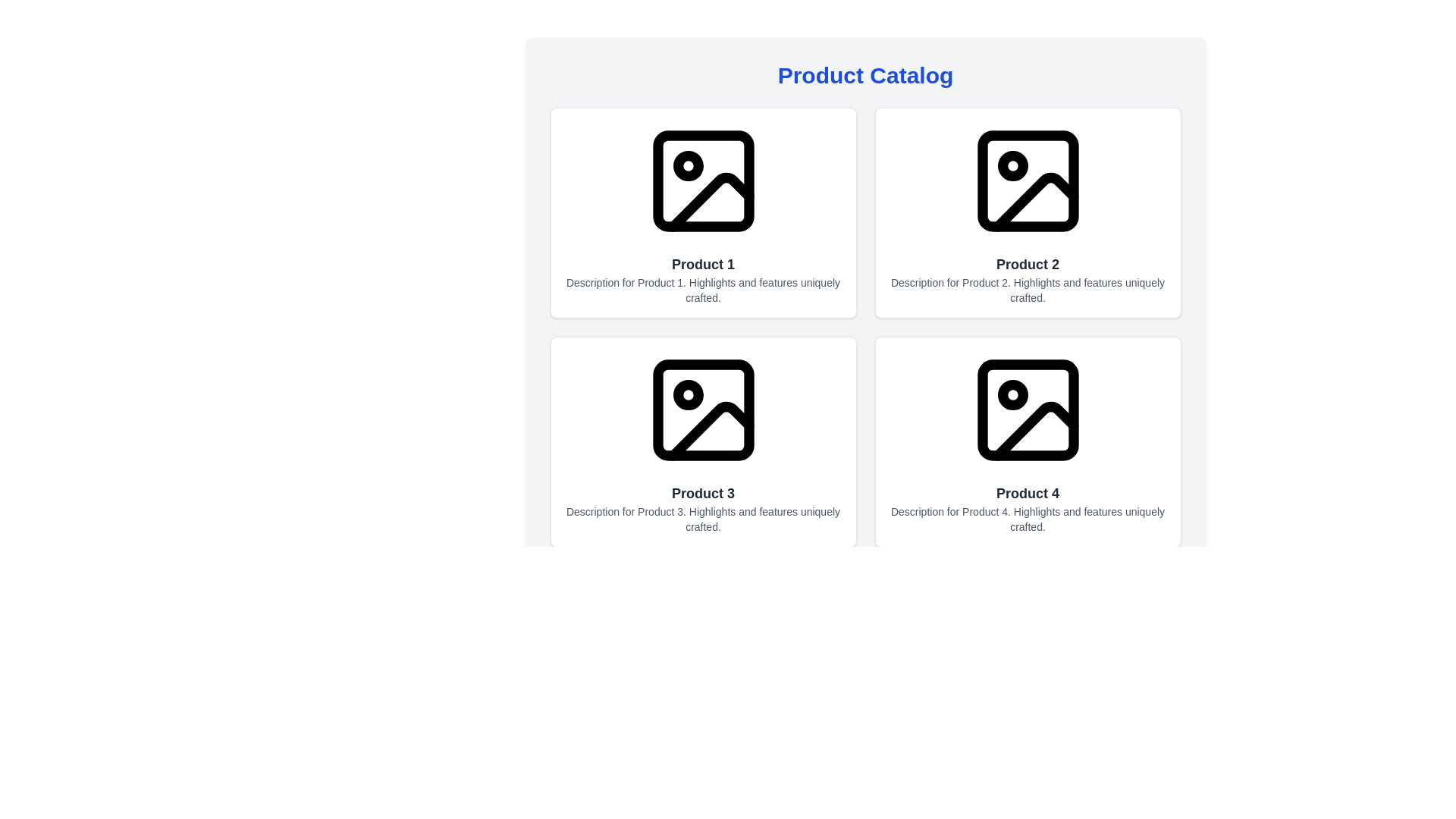 This screenshot has height=819, width=1456. I want to click on the icon representing a picture or image, styled with black outlines, located in the top-left quadrant of the 'Product Catalog' grid within the card titled 'Product 1', so click(702, 180).